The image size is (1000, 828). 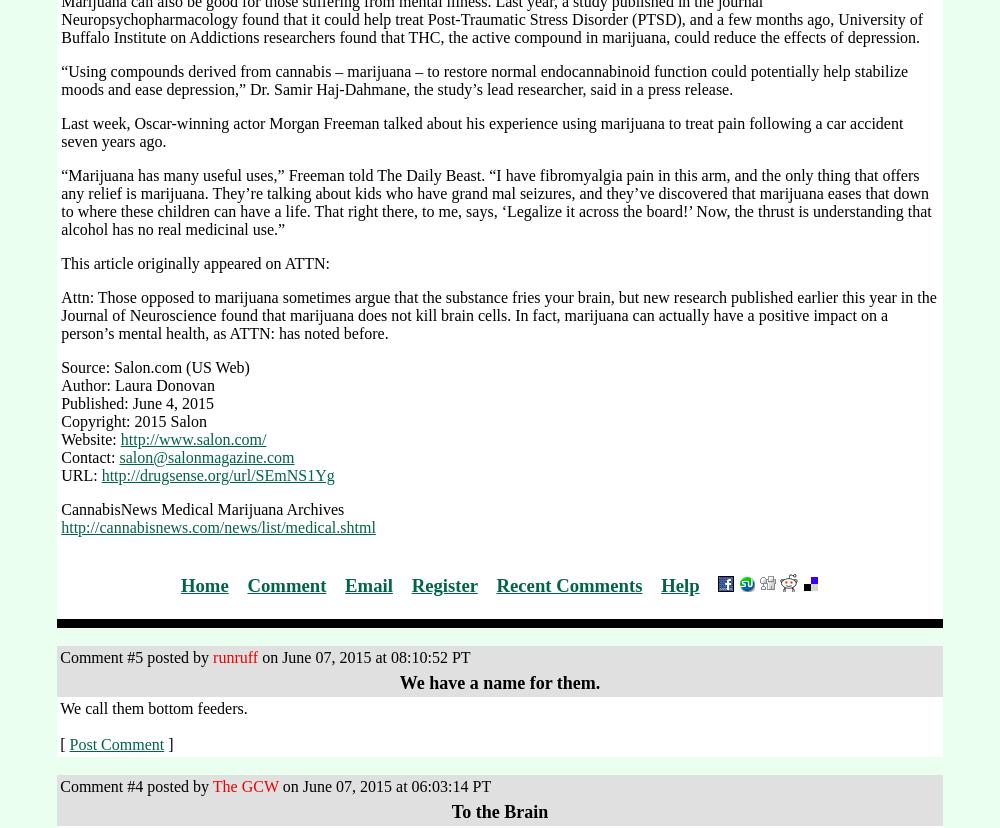 What do you see at coordinates (118, 456) in the screenshot?
I see `'salon@salonmagazine.com'` at bounding box center [118, 456].